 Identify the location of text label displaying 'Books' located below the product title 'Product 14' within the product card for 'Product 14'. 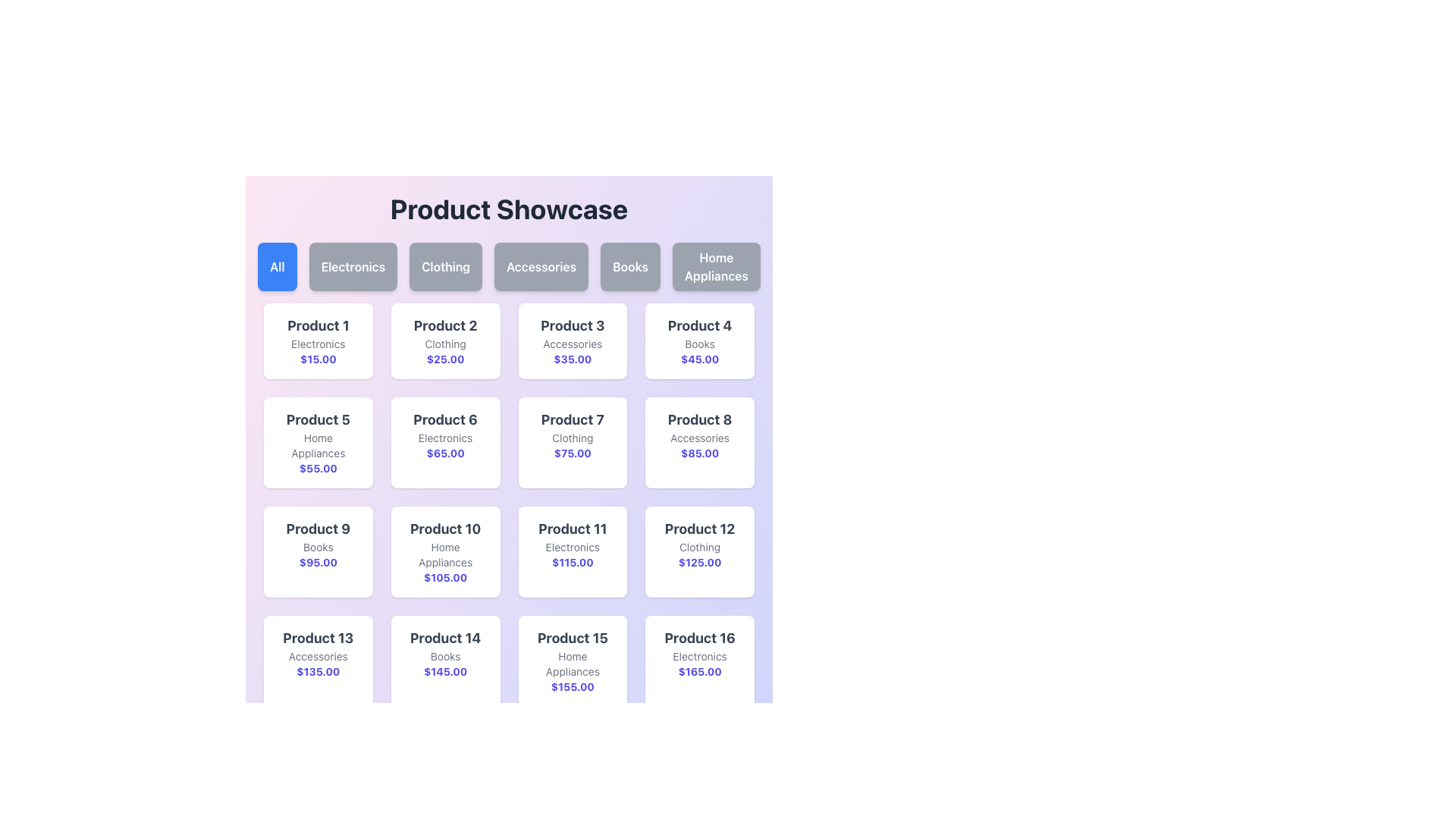
(444, 656).